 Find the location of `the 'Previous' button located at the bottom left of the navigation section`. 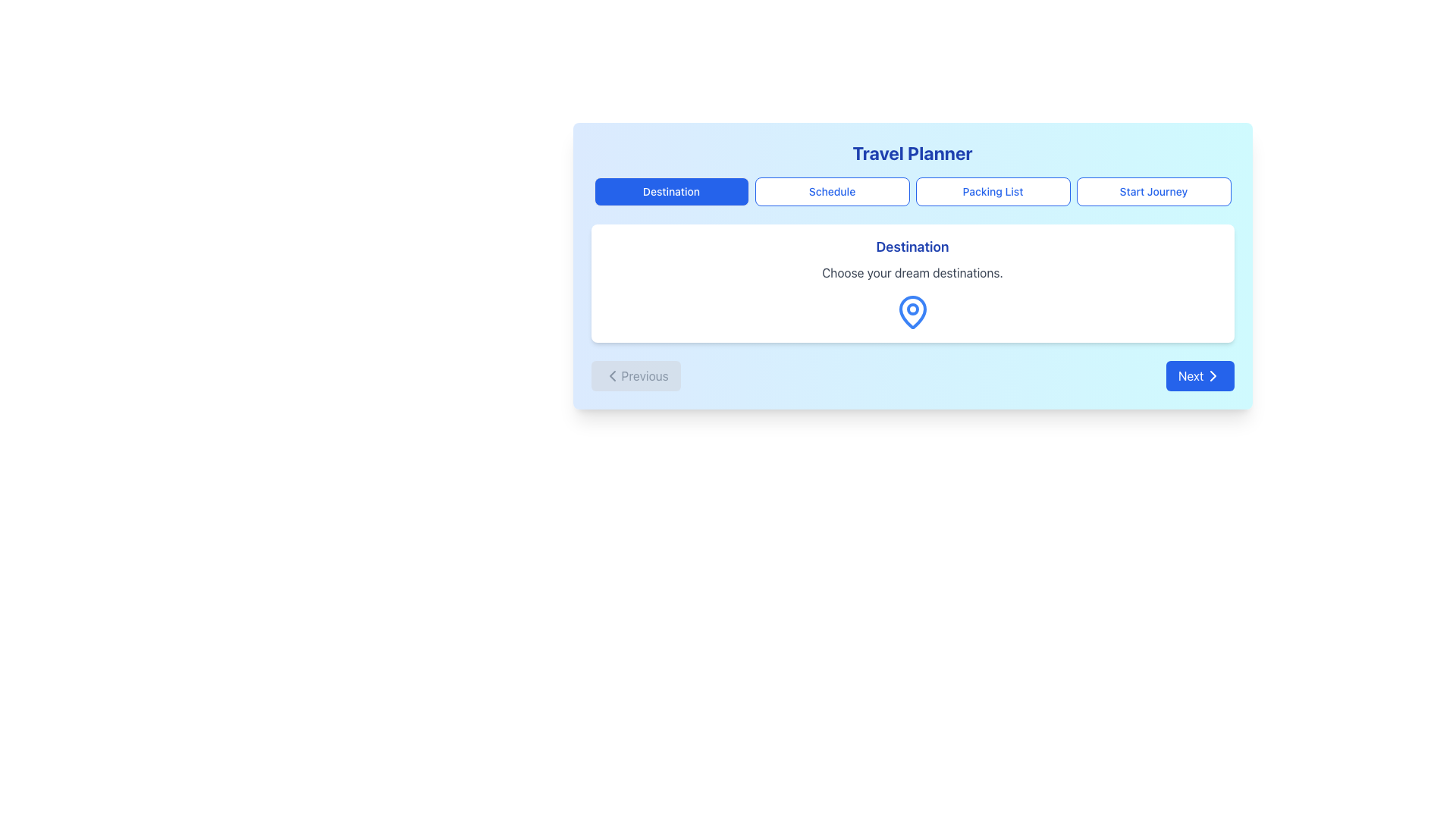

the 'Previous' button located at the bottom left of the navigation section is located at coordinates (635, 375).